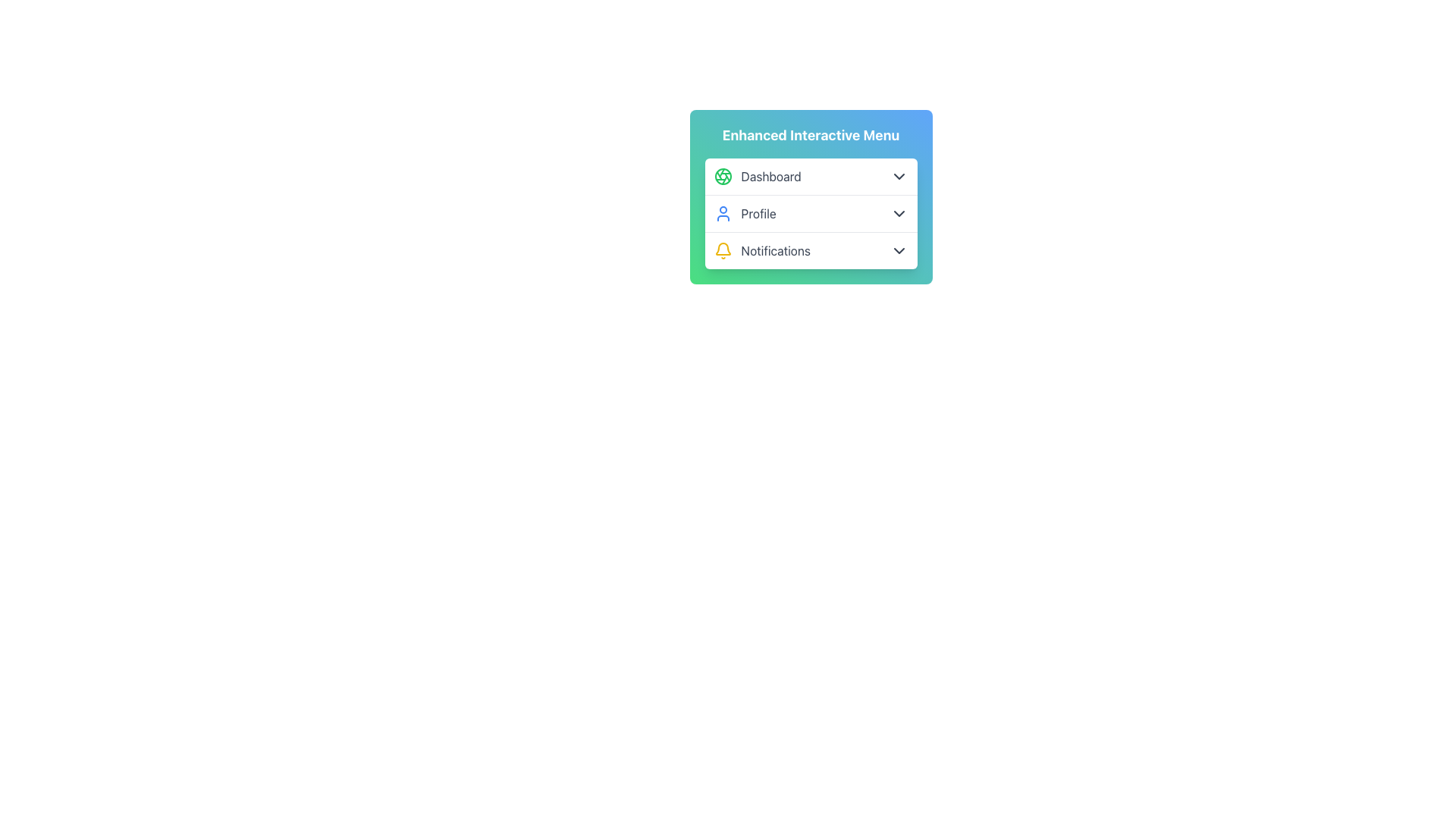  What do you see at coordinates (810, 134) in the screenshot?
I see `the text label that reads 'Enhanced Interactive Menu', which is styled in bold and serves as the header for the interactive menu options` at bounding box center [810, 134].